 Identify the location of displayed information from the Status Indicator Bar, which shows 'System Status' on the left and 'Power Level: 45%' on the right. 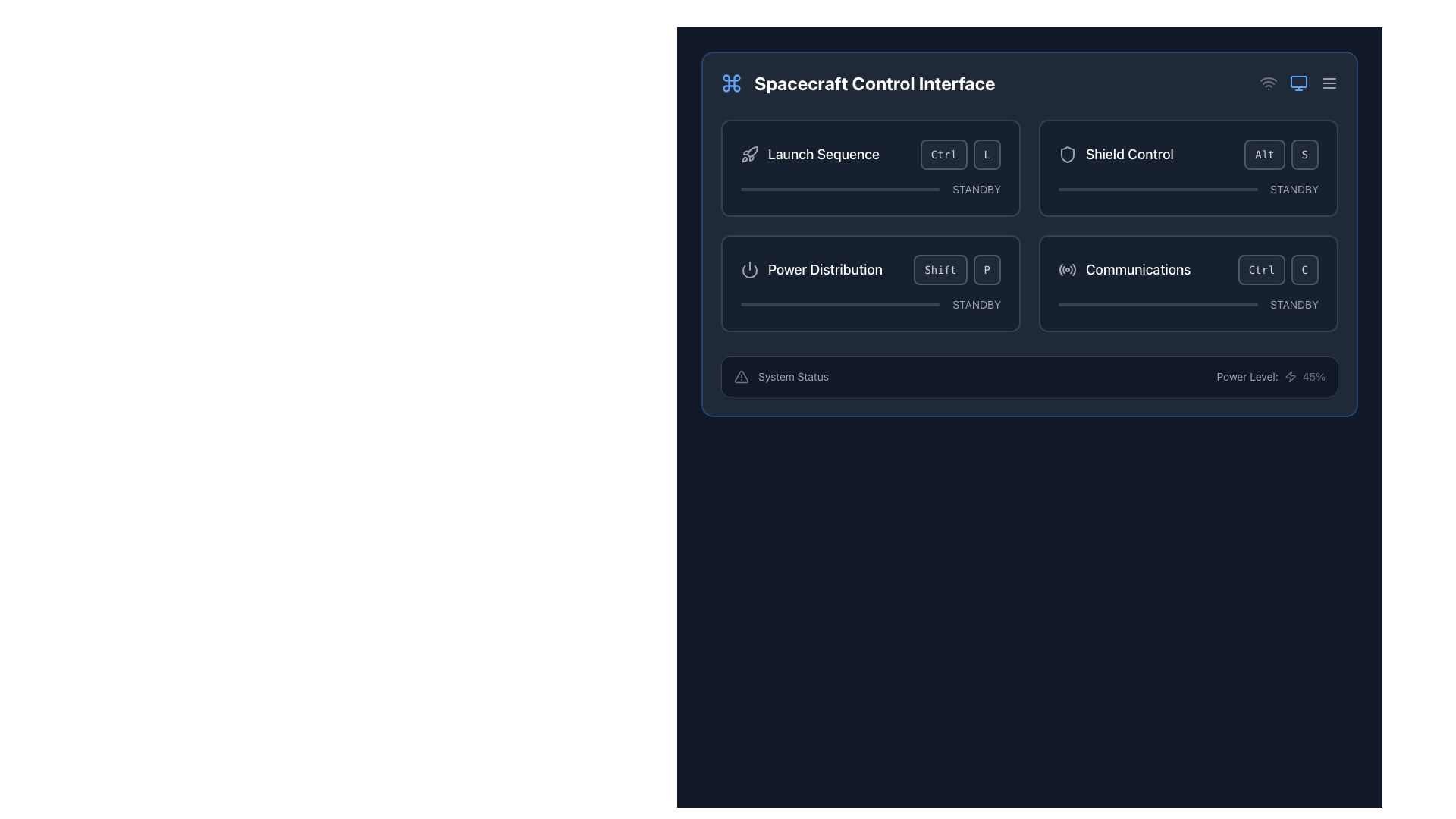
(1030, 376).